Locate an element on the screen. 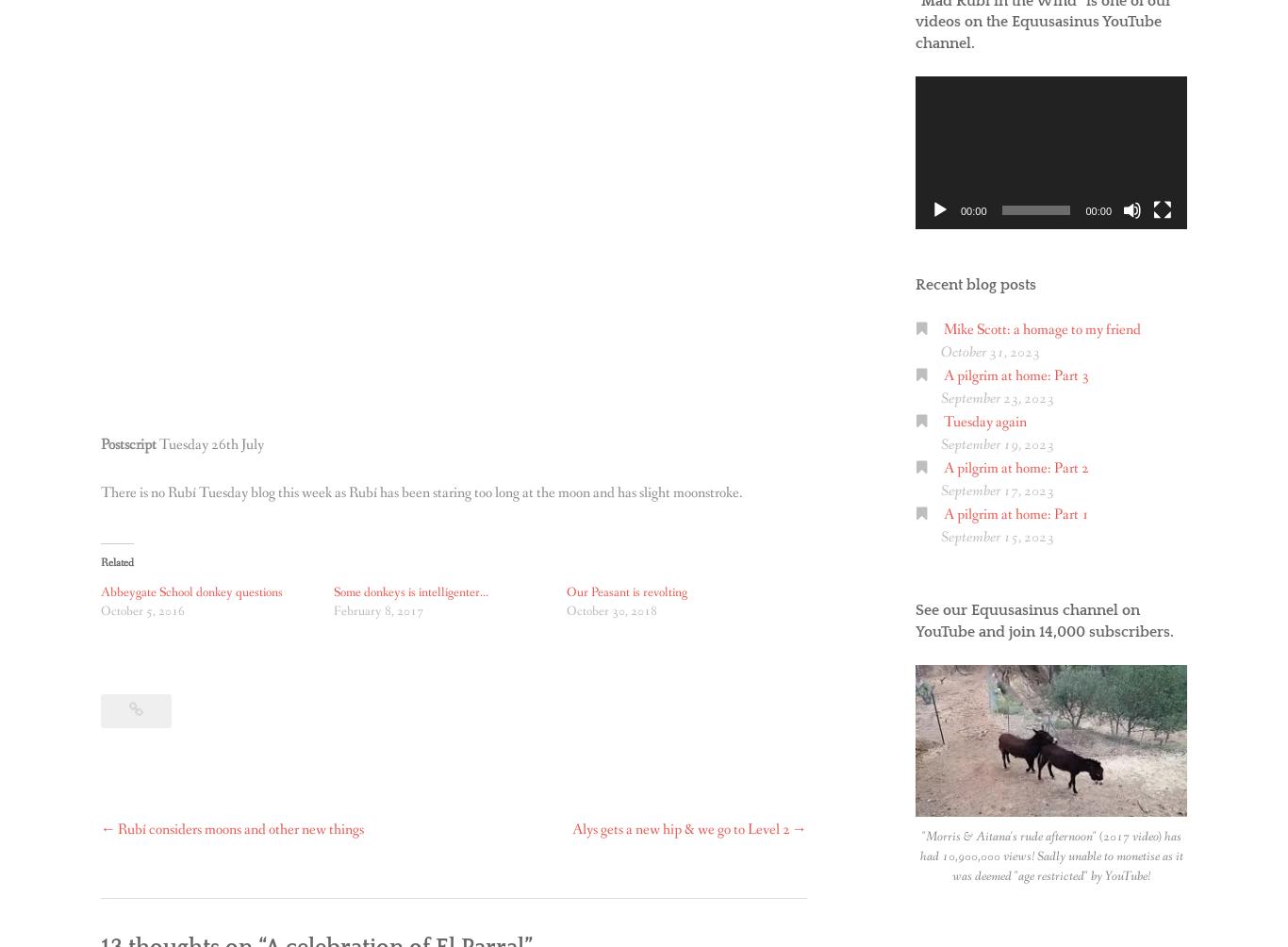 This screenshot has width=1288, height=947. 'September 19, 2023' is located at coordinates (940, 443).